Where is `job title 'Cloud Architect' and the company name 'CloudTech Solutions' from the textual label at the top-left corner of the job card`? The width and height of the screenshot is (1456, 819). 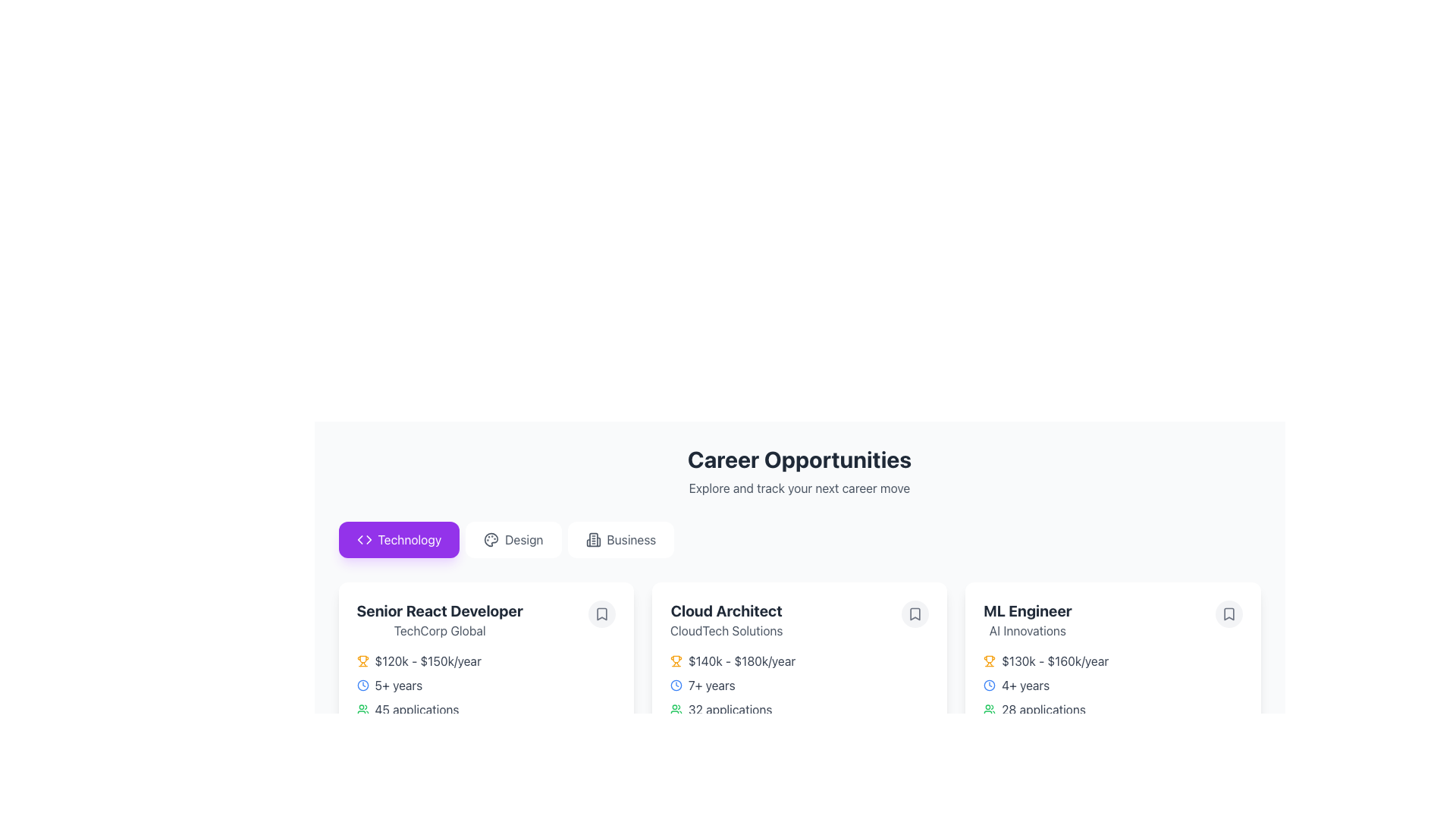 job title 'Cloud Architect' and the company name 'CloudTech Solutions' from the textual label at the top-left corner of the job card is located at coordinates (726, 620).